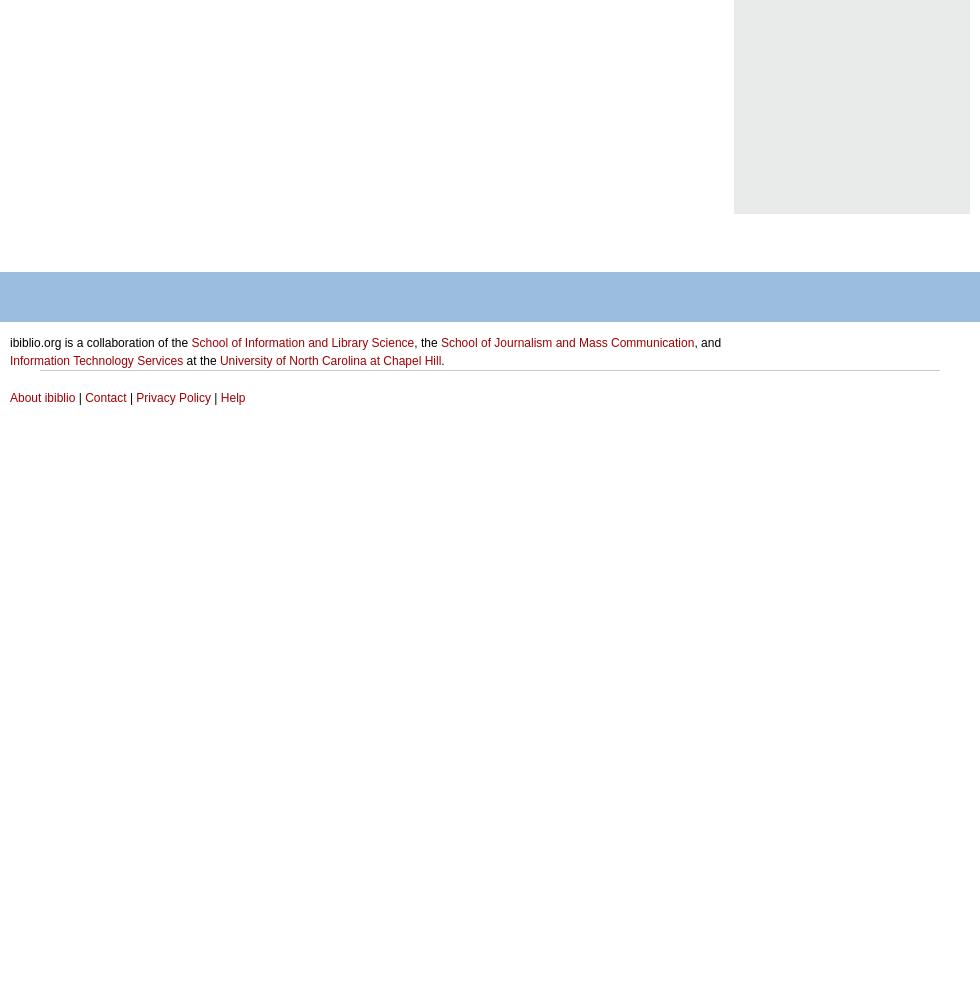 The width and height of the screenshot is (980, 1000). I want to click on 'School of Information and Library Science', so click(302, 342).